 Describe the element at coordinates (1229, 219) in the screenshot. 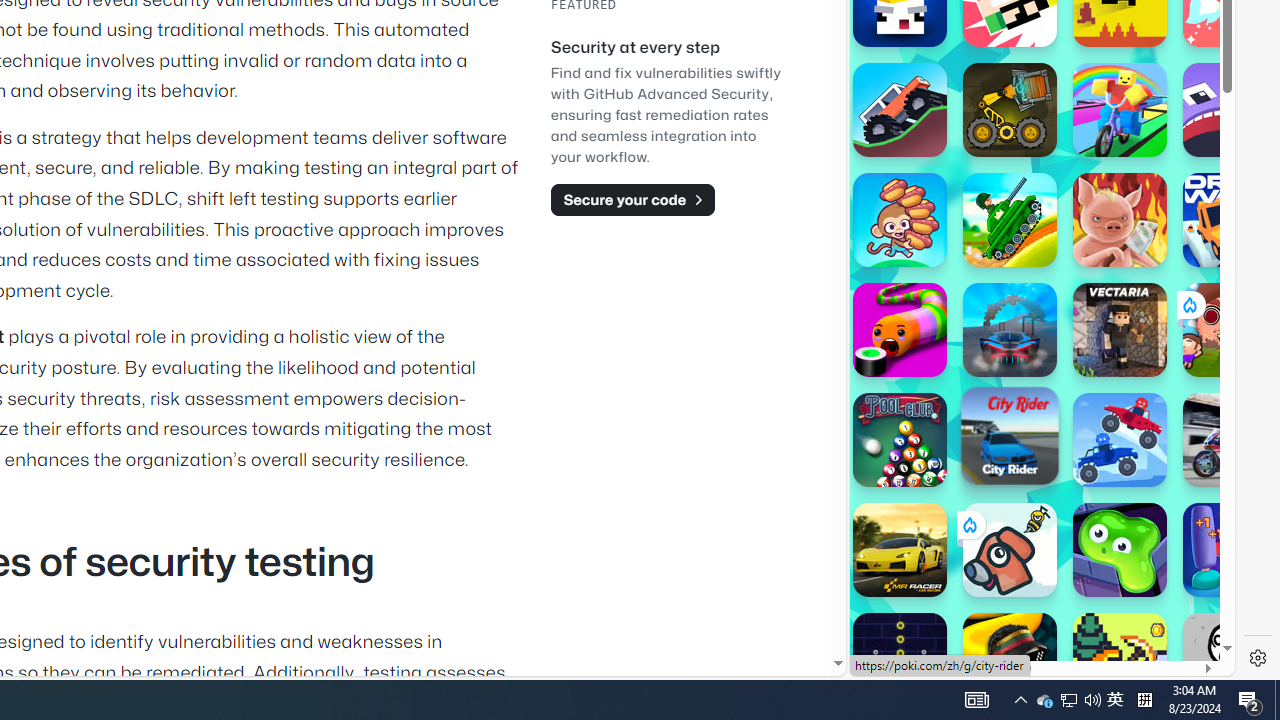

I see `'Driftwave'` at that location.